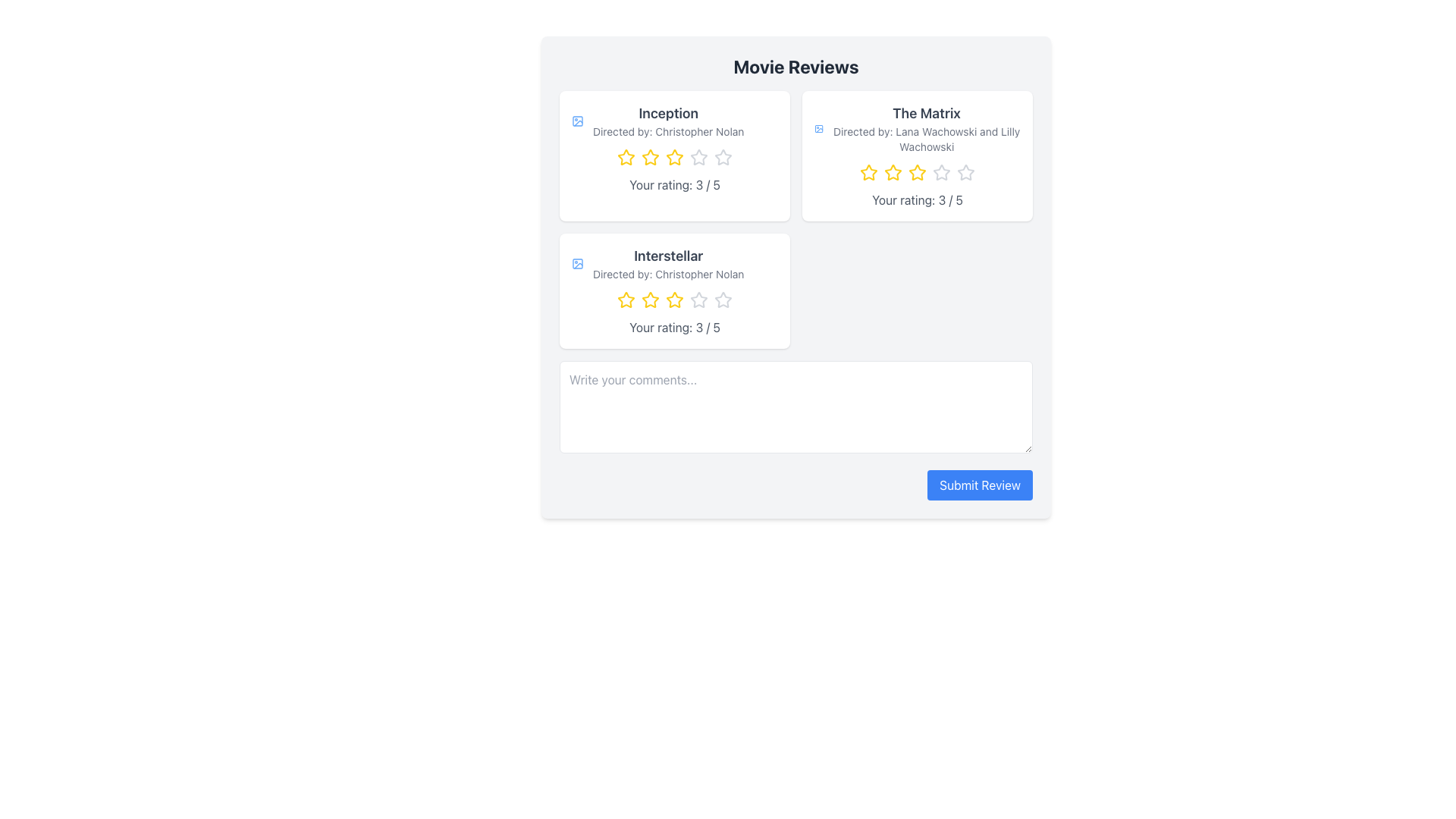 The image size is (1456, 819). What do you see at coordinates (916, 127) in the screenshot?
I see `the text display element that shows the title and director information of the movie 'The Matrix', located in the top-right corner of the 'Movie Reviews' section, specifically in the second card in the row` at bounding box center [916, 127].